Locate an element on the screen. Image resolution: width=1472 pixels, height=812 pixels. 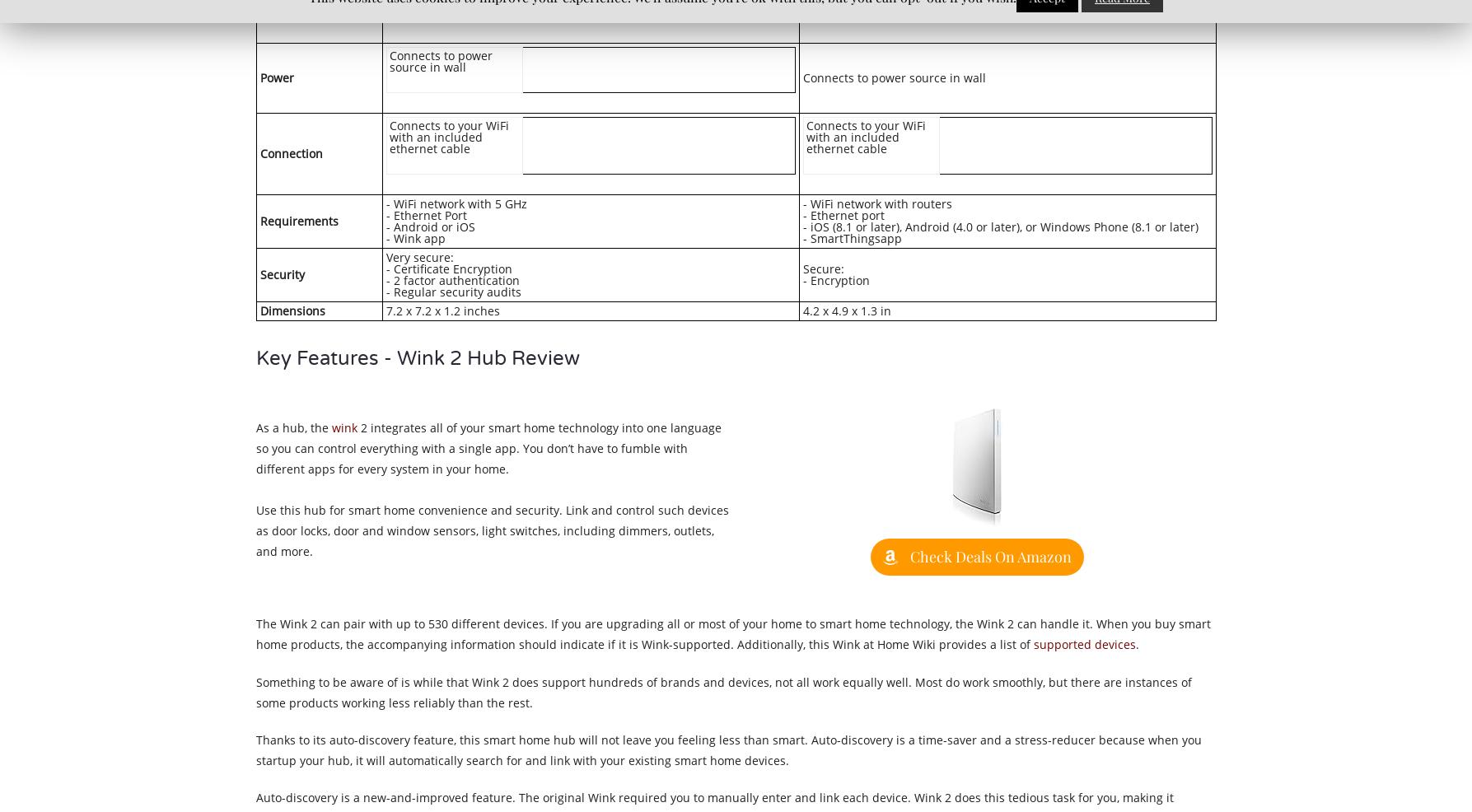
'Security' is located at coordinates (281, 273).